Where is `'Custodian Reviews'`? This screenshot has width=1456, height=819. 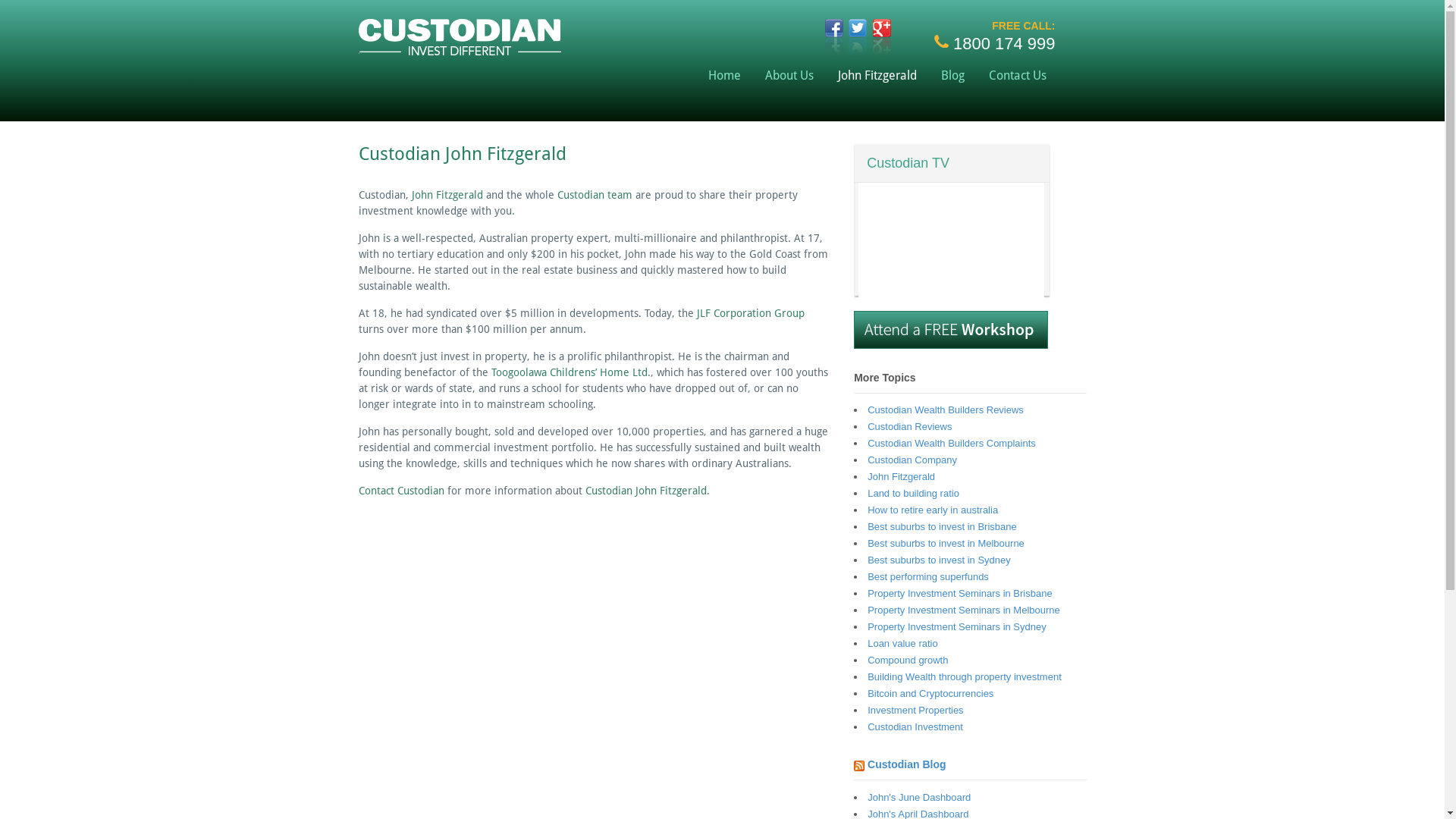
'Custodian Reviews' is located at coordinates (909, 426).